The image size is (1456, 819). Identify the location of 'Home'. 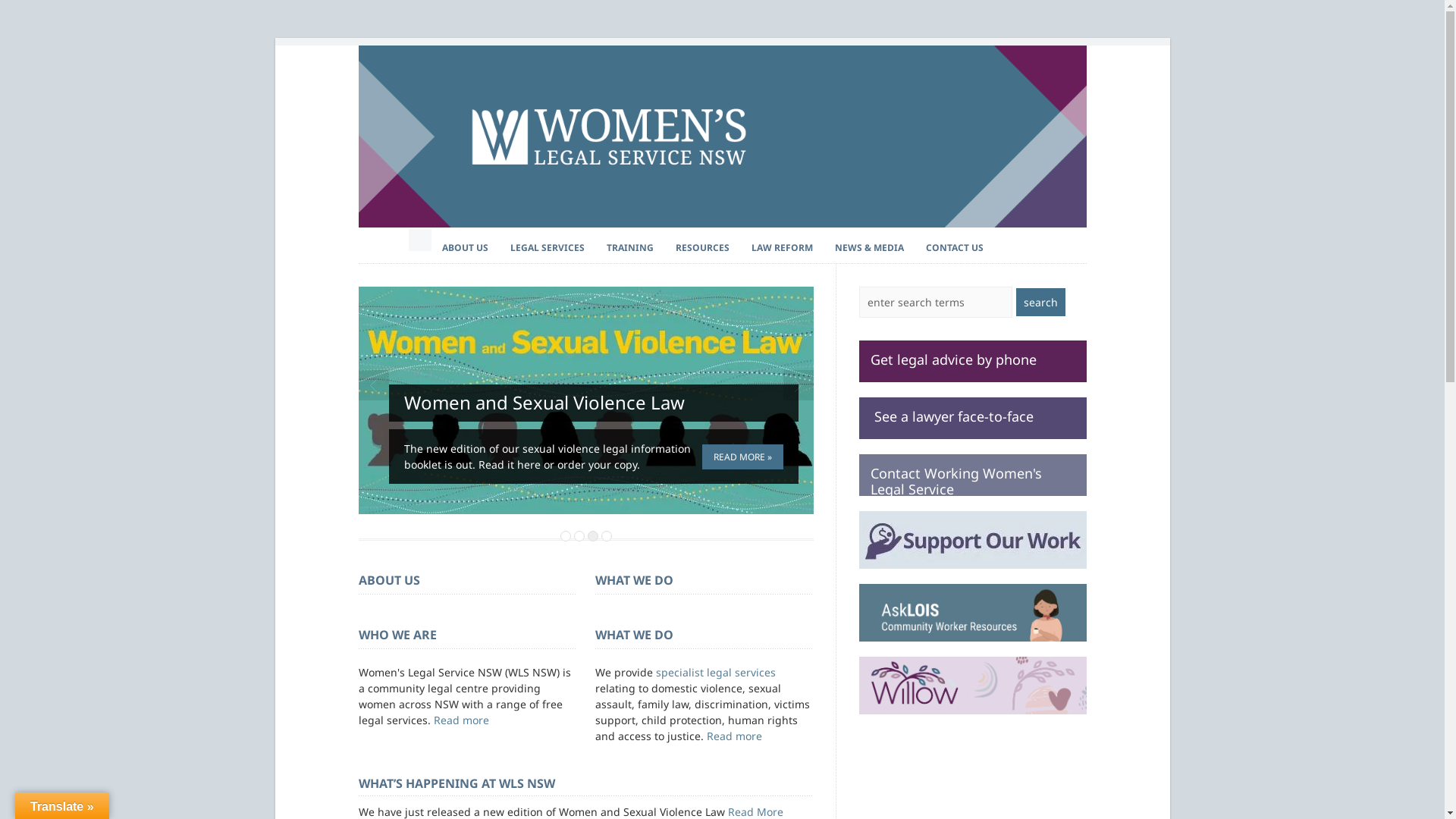
(419, 239).